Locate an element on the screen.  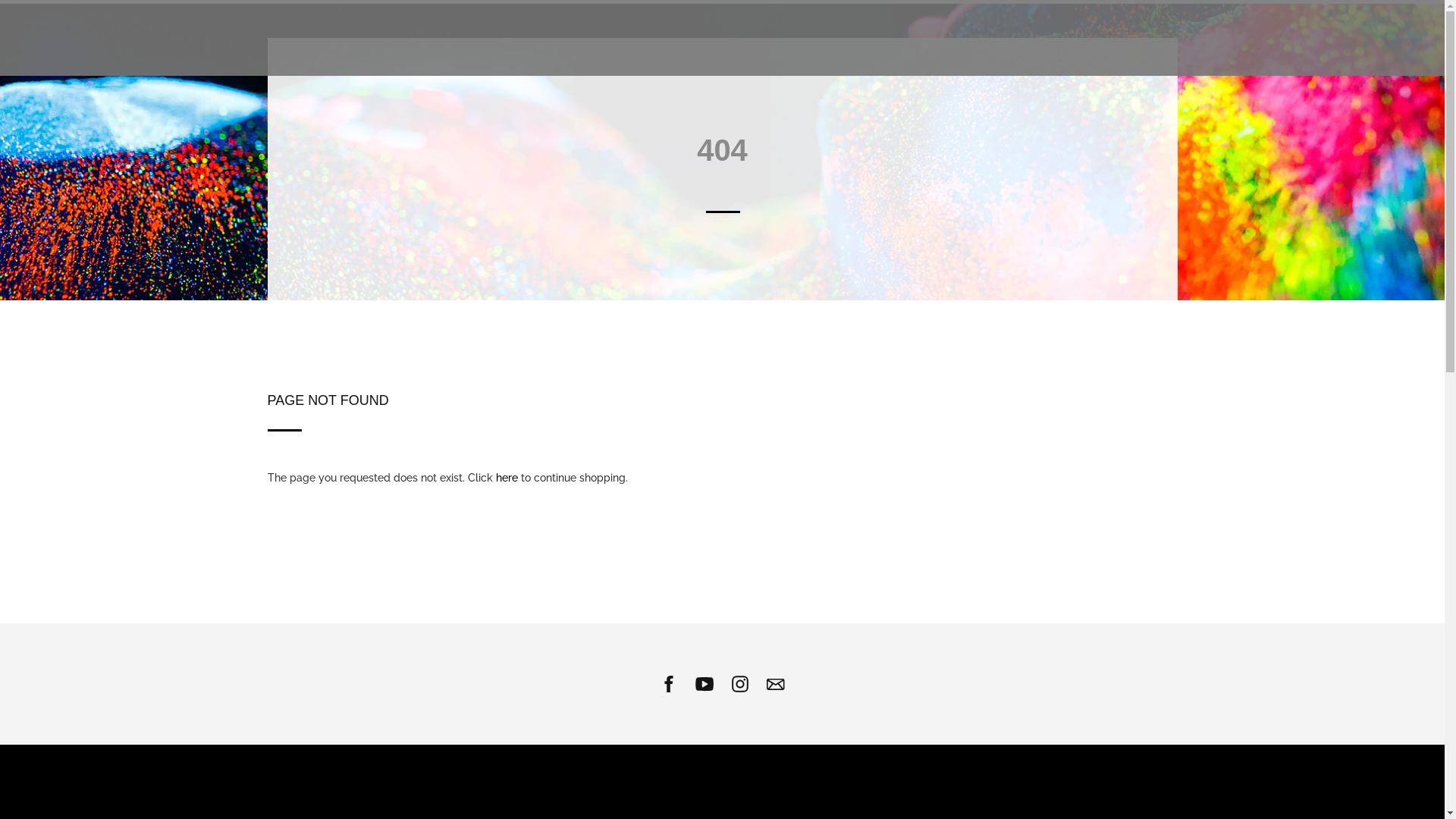
'here' is located at coordinates (507, 476).